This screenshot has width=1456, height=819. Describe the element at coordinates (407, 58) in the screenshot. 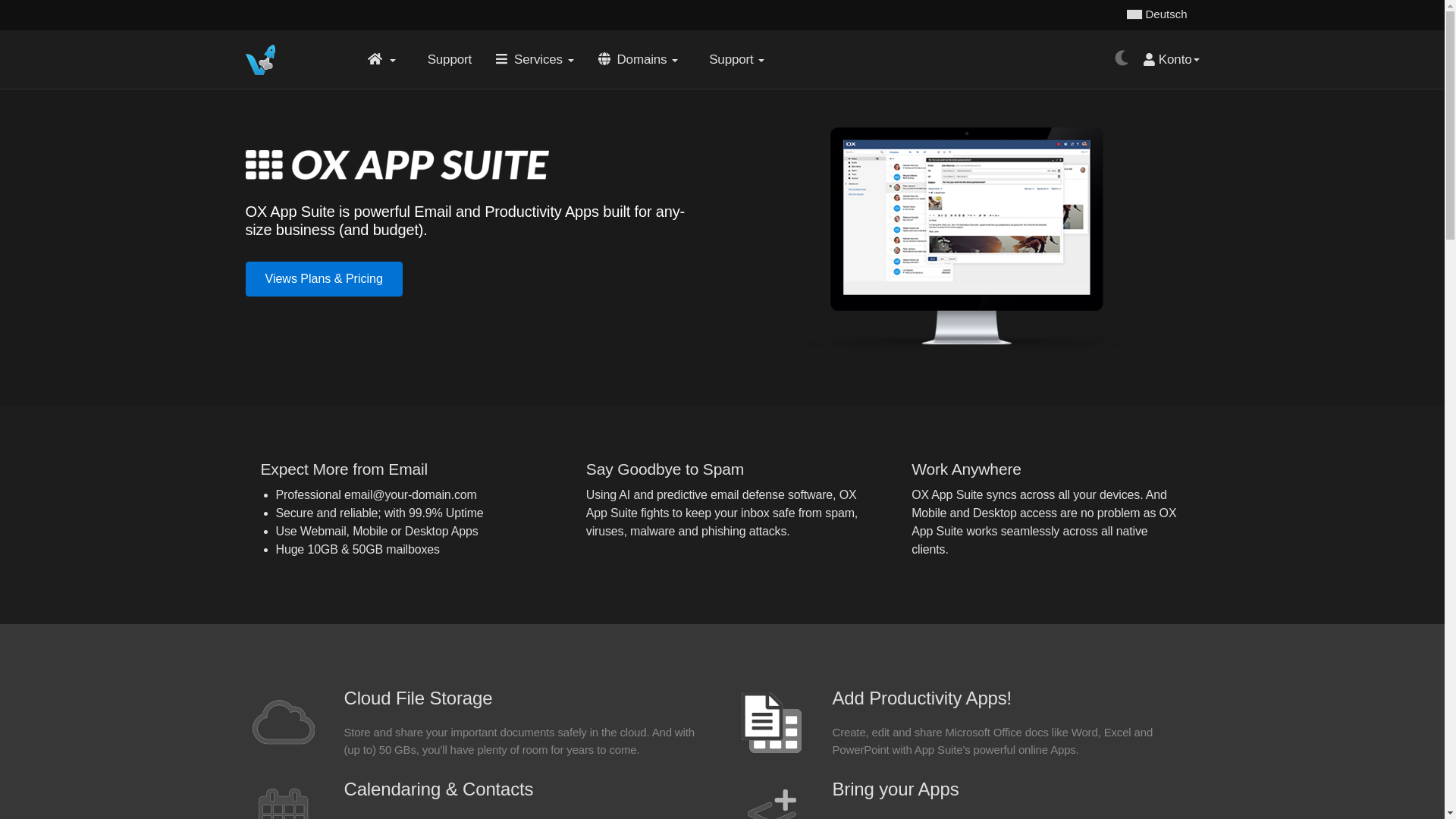

I see `'  Support'` at that location.